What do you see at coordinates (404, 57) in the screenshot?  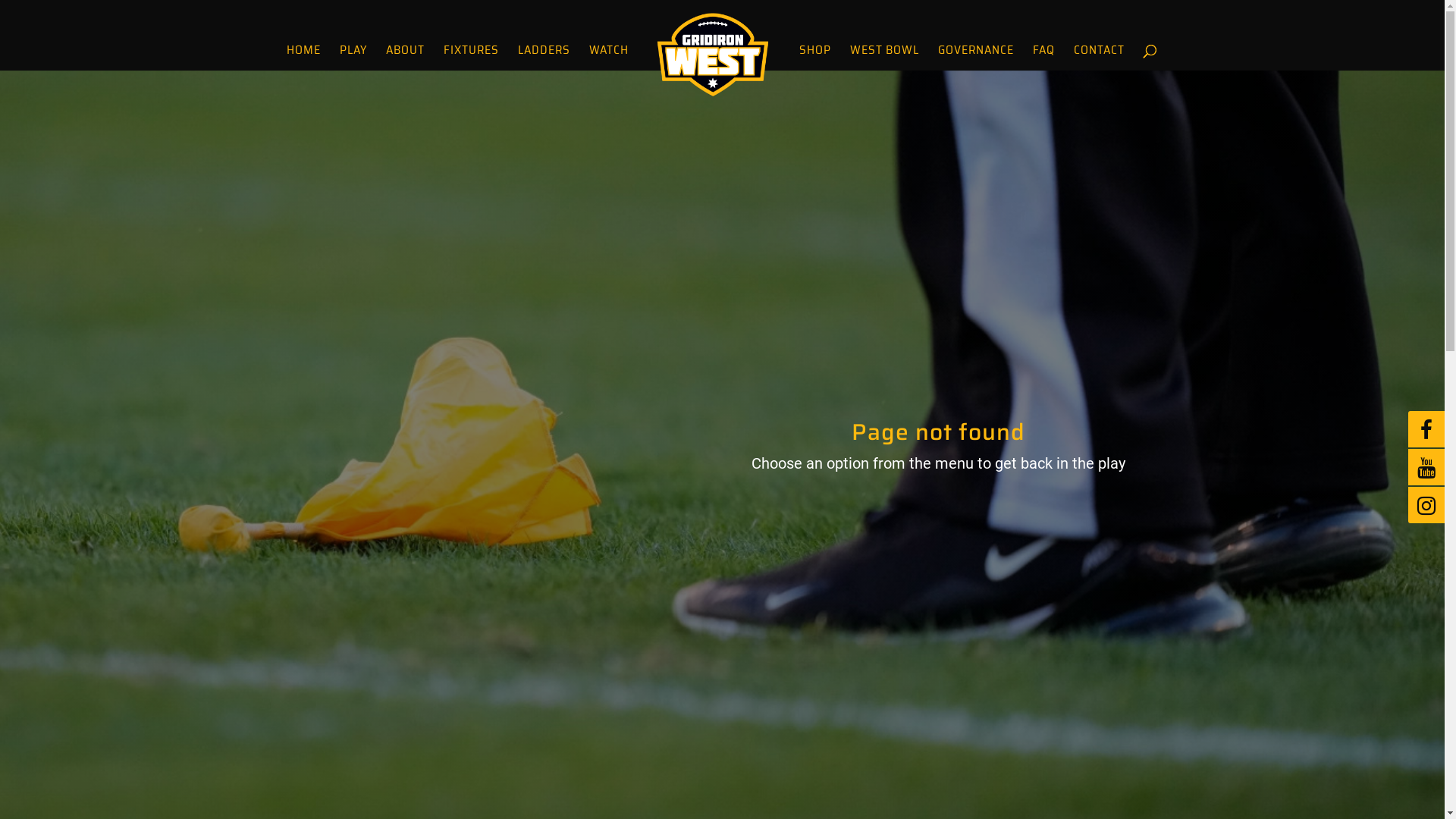 I see `'ABOUT'` at bounding box center [404, 57].